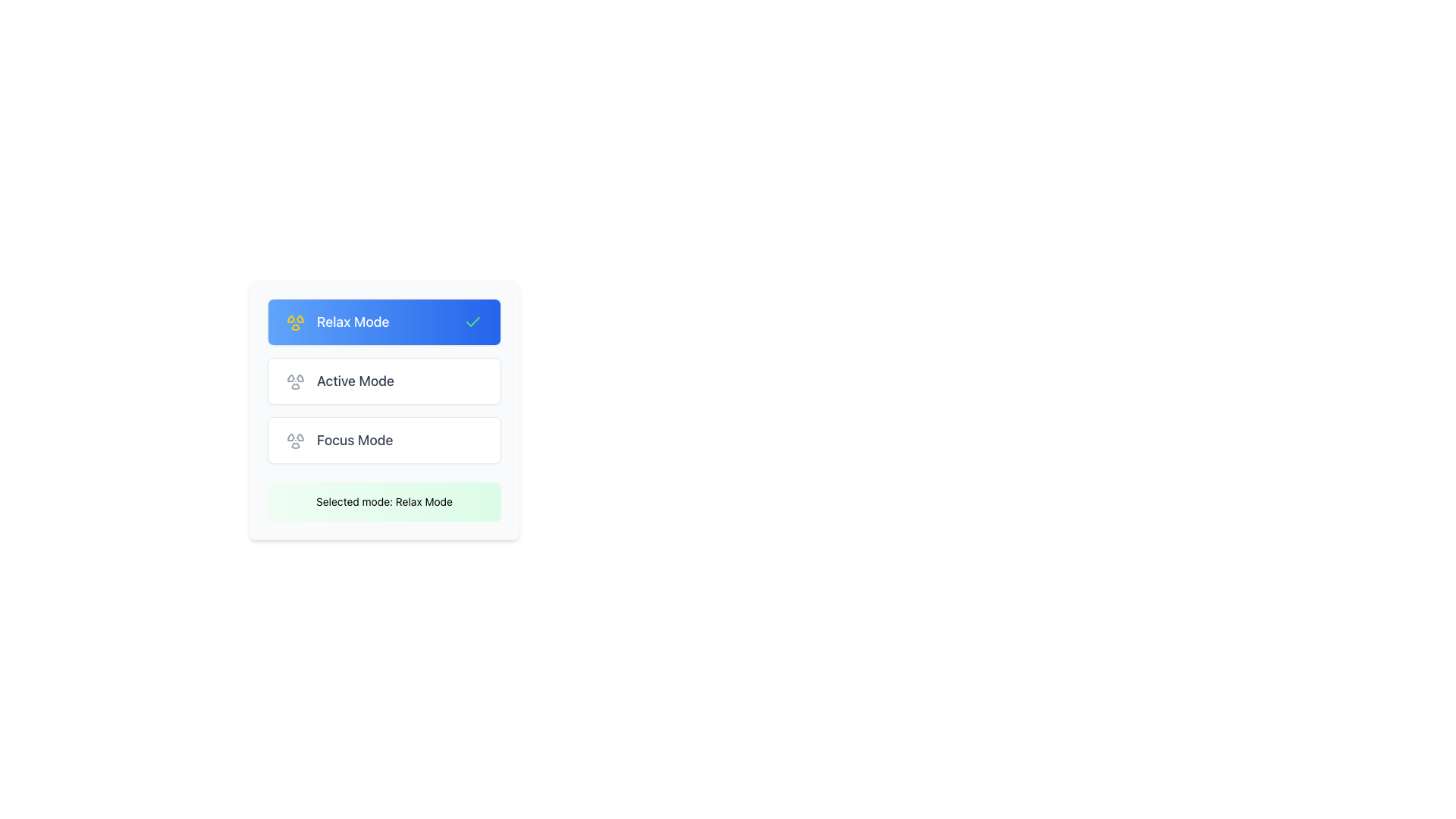  I want to click on the 'Relax Mode' list item in the settings menu to access further options, so click(337, 321).